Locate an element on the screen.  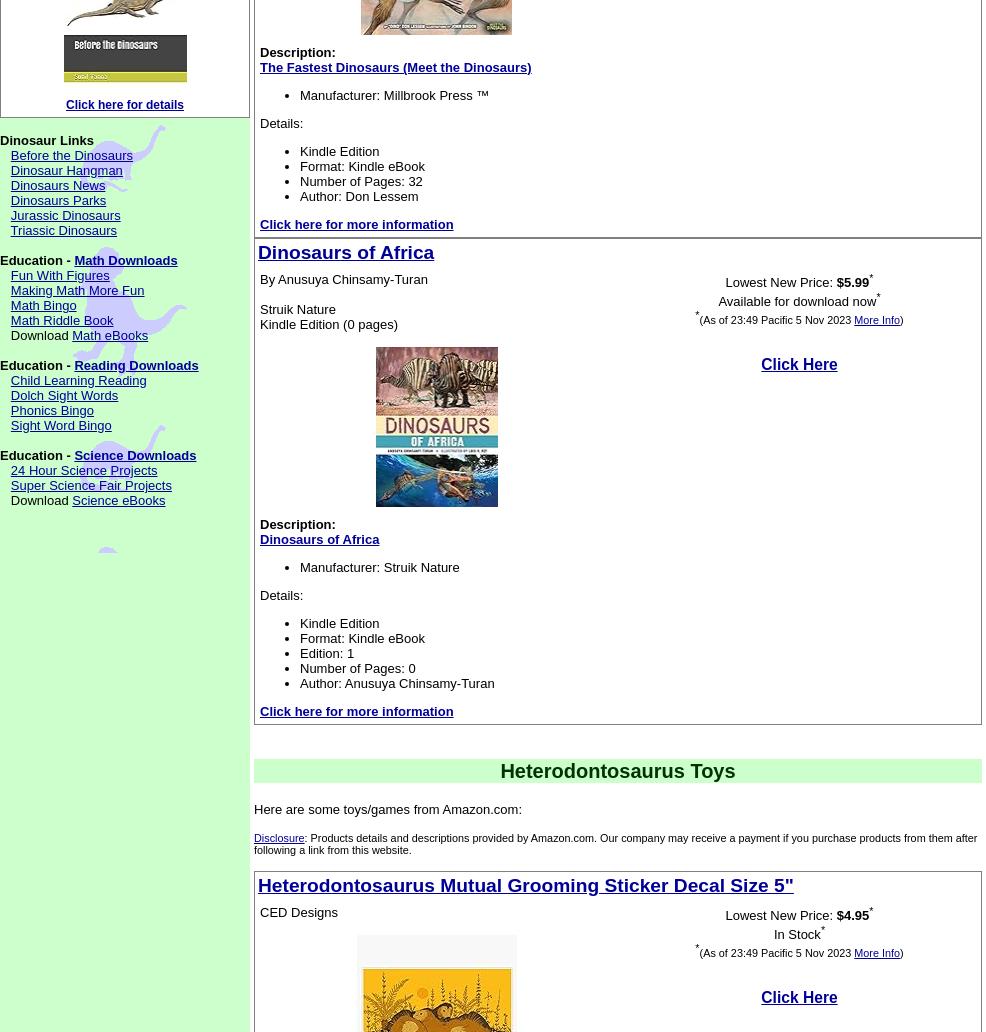
'Math Riddle Book' is located at coordinates (60, 320).